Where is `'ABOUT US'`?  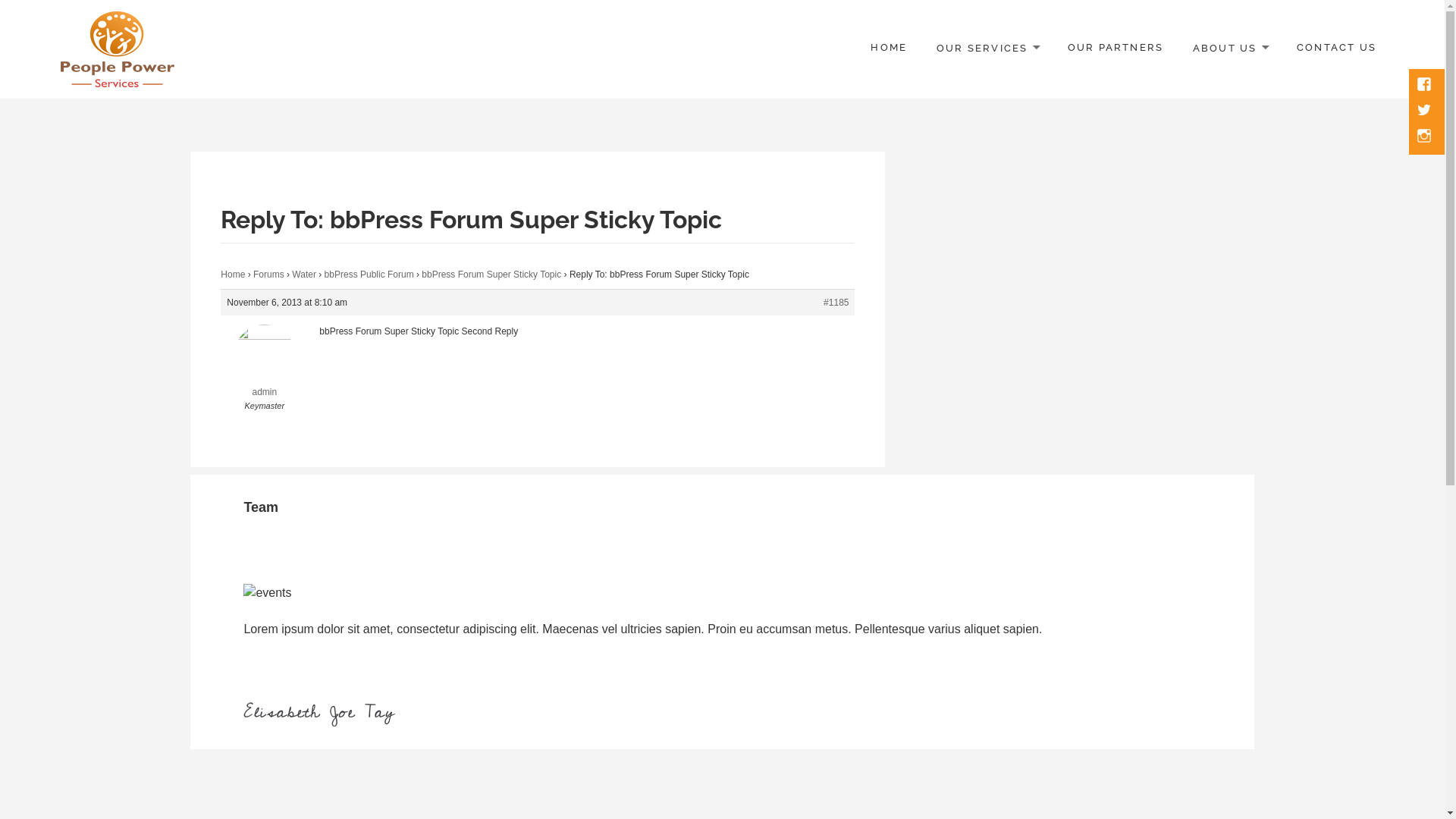 'ABOUT US' is located at coordinates (1230, 48).